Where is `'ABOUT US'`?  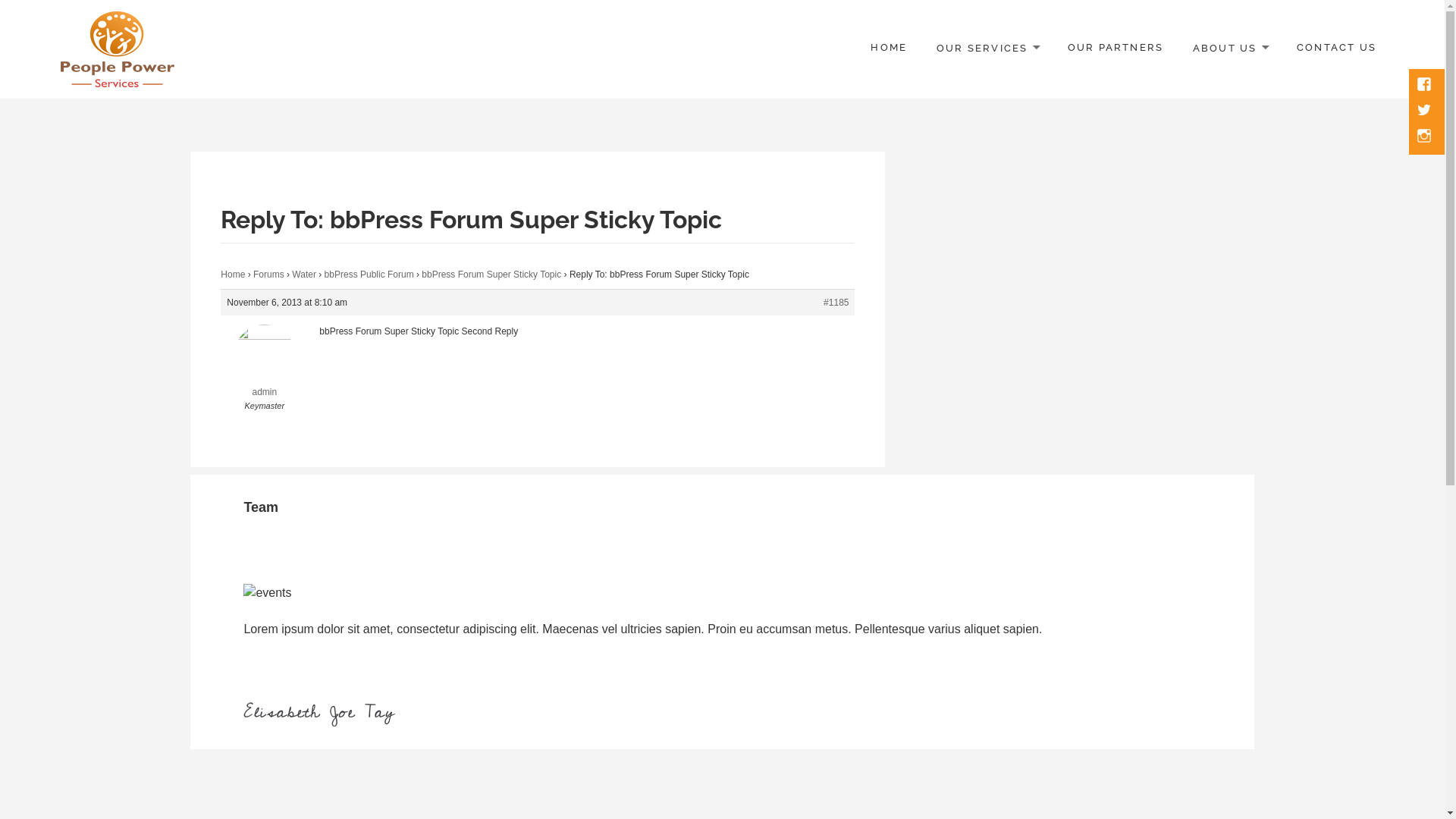 'ABOUT US' is located at coordinates (1230, 48).